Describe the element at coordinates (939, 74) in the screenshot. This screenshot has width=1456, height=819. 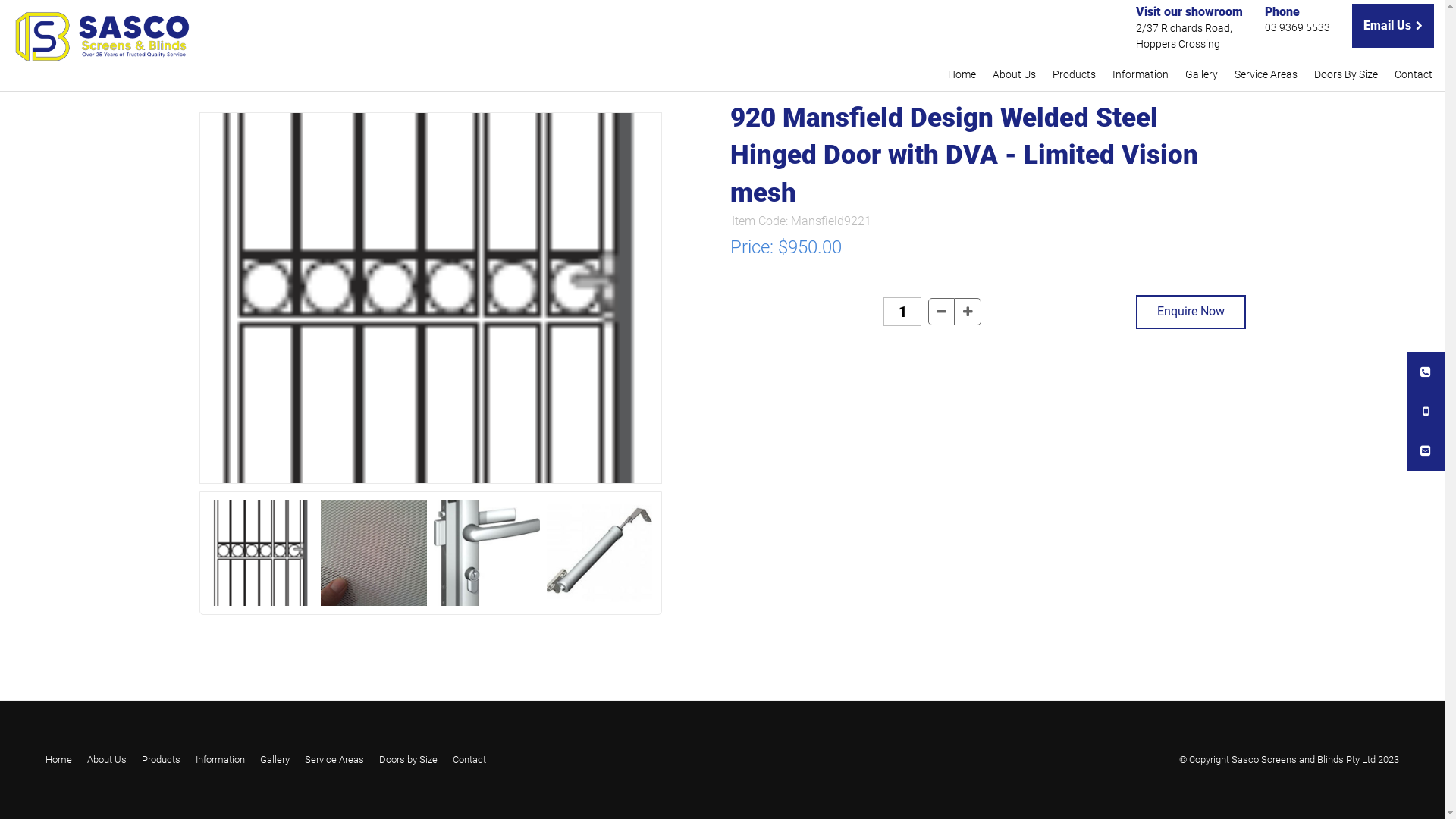
I see `'Home'` at that location.